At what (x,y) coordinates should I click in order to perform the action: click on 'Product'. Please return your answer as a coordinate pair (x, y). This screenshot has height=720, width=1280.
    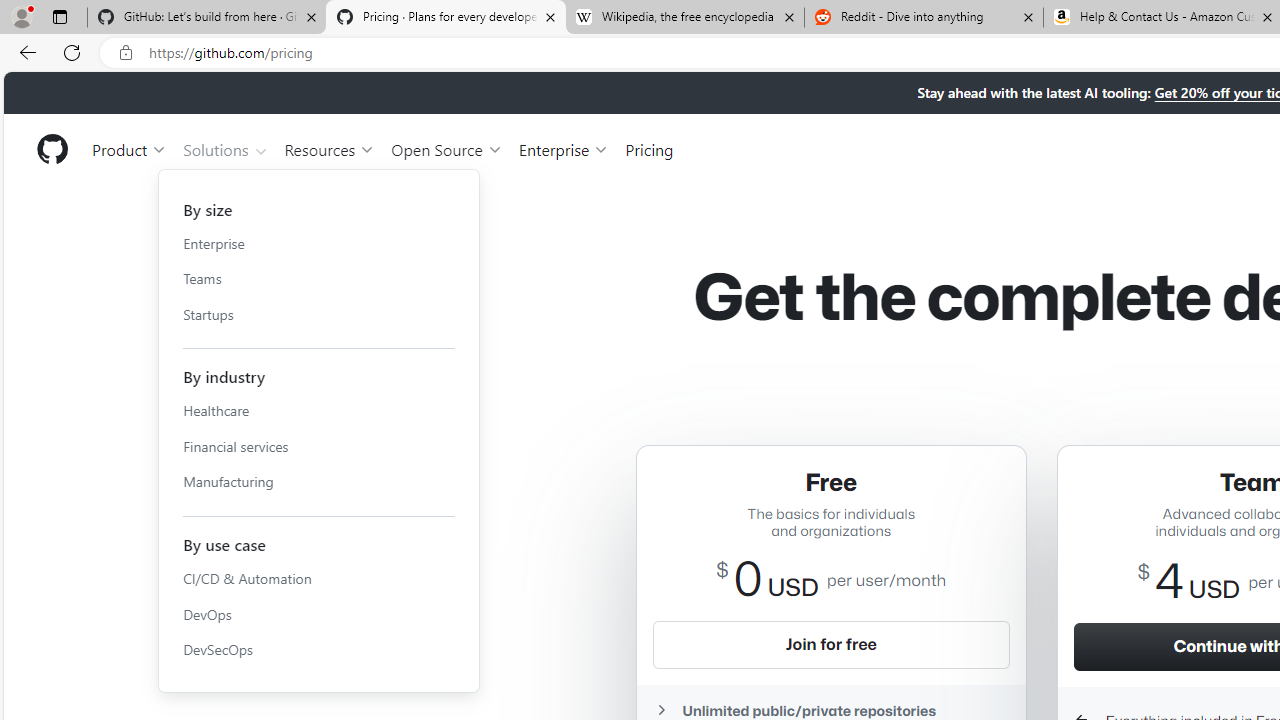
    Looking at the image, I should click on (129, 148).